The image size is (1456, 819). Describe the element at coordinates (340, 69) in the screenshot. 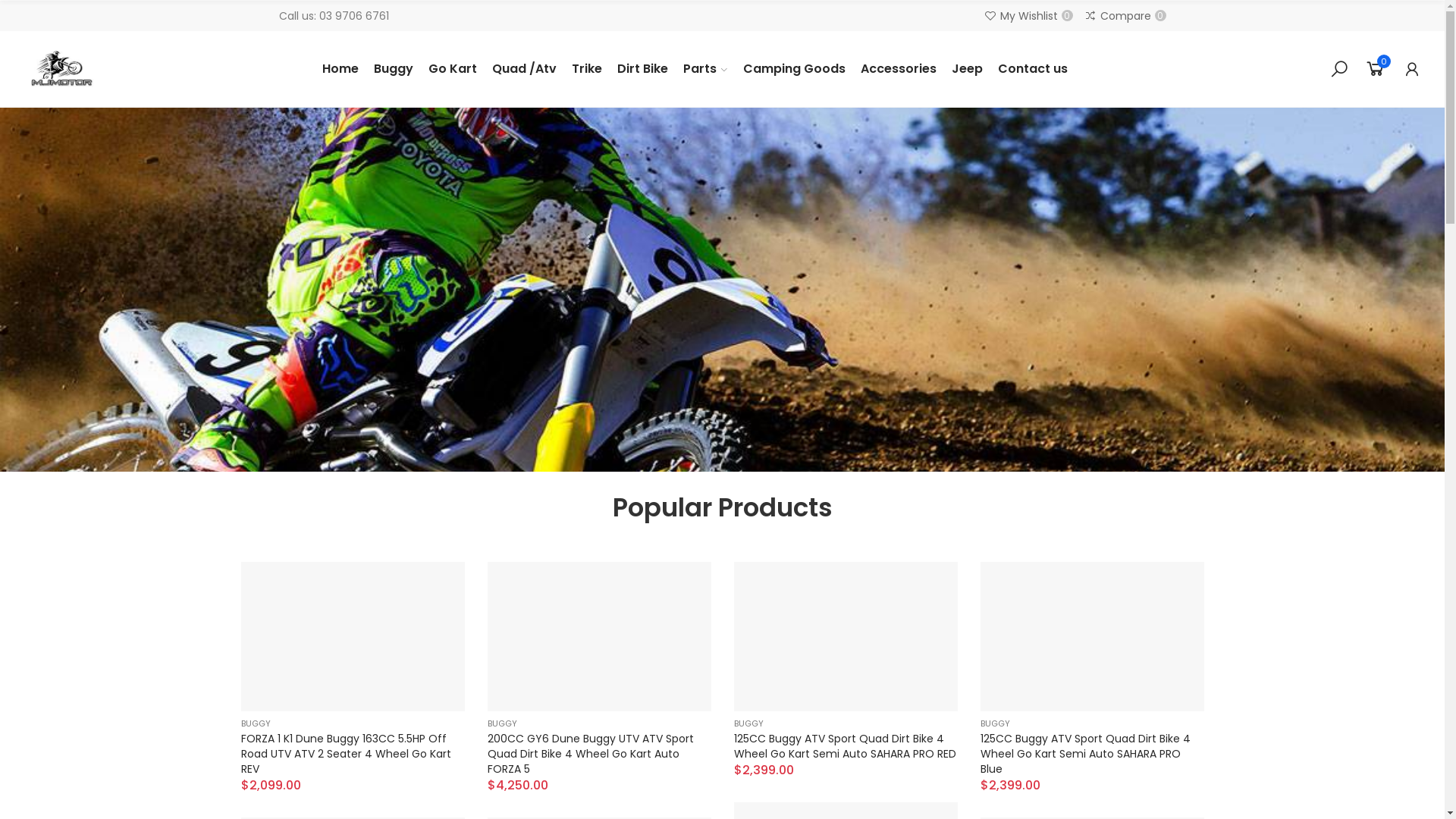

I see `'Home'` at that location.